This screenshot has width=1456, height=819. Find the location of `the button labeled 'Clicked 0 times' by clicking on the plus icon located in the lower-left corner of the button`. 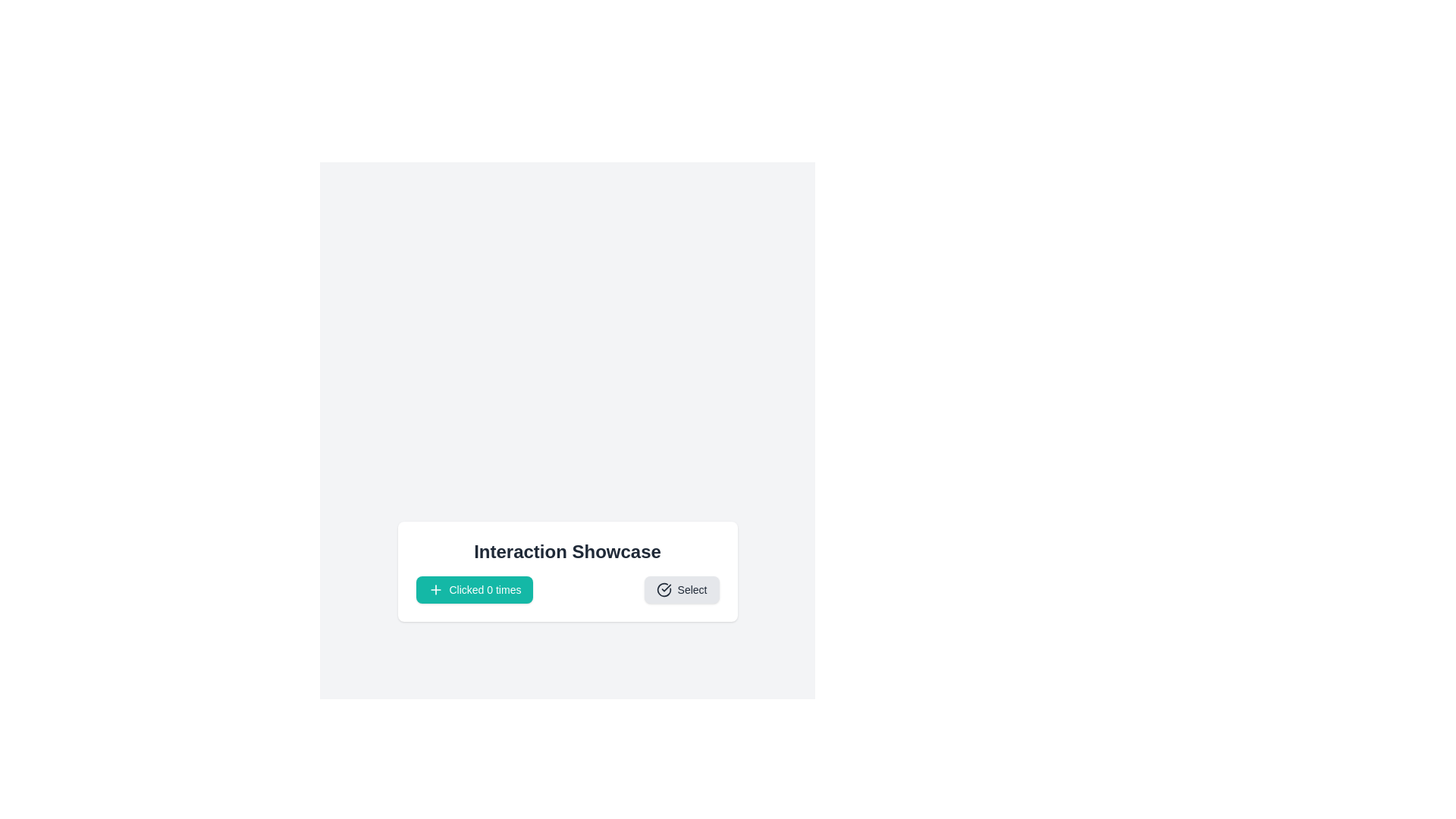

the button labeled 'Clicked 0 times' by clicking on the plus icon located in the lower-left corner of the button is located at coordinates (435, 589).